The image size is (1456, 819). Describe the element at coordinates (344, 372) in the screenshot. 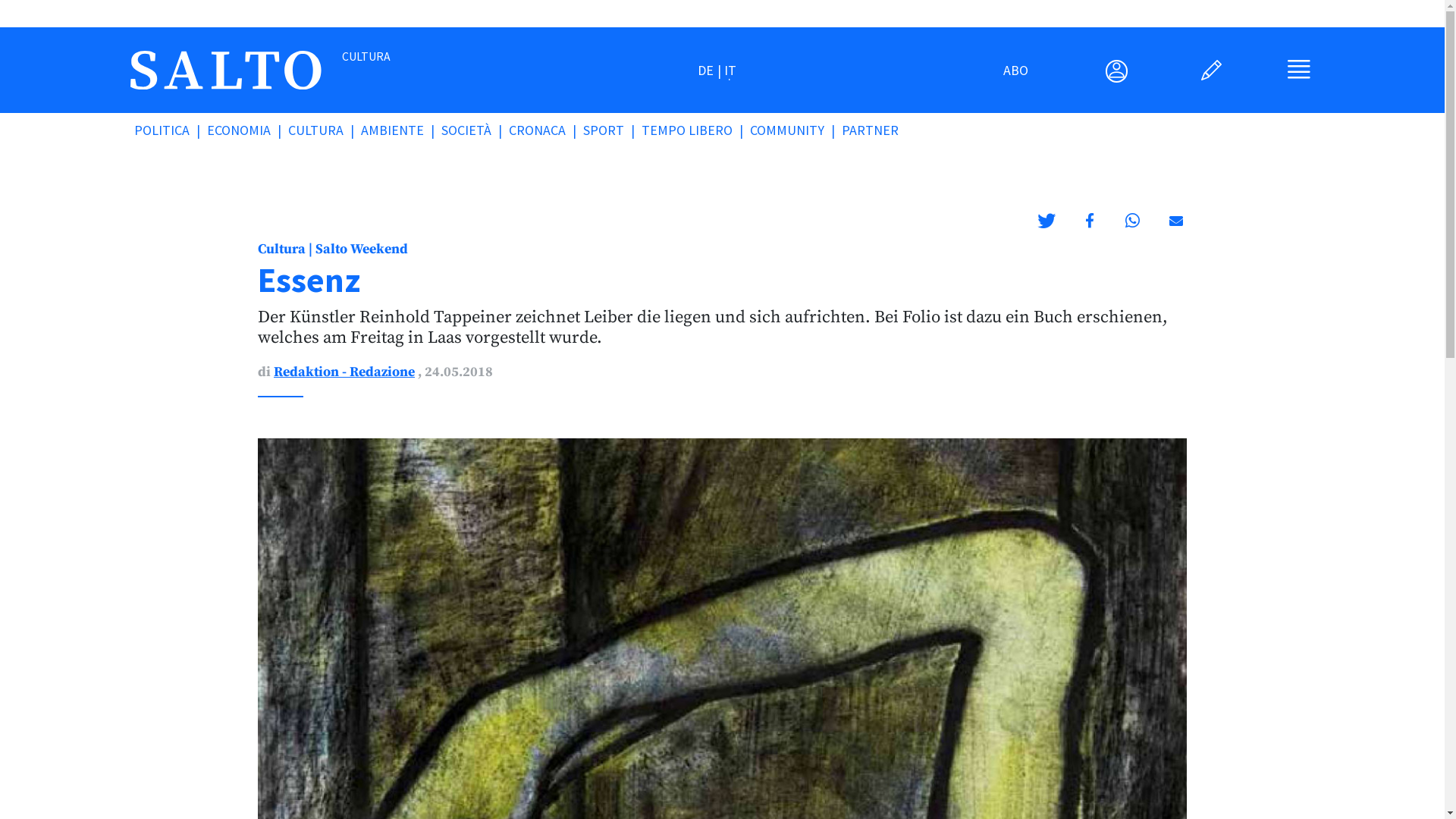

I see `'Redaktion - Redazione'` at that location.